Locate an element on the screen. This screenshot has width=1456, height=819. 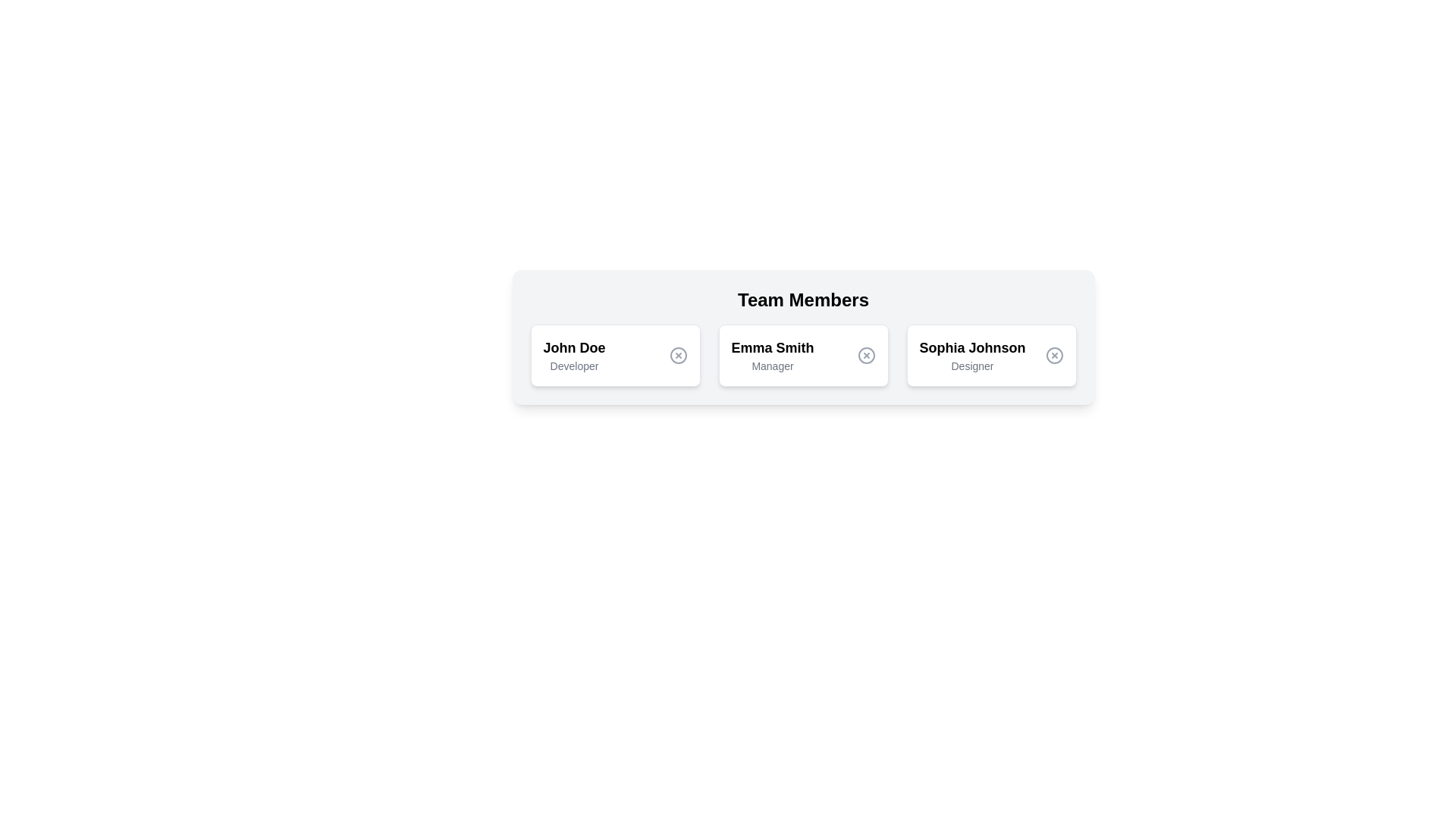
the icon of the profile card corresponding to Emma Smith is located at coordinates (866, 356).